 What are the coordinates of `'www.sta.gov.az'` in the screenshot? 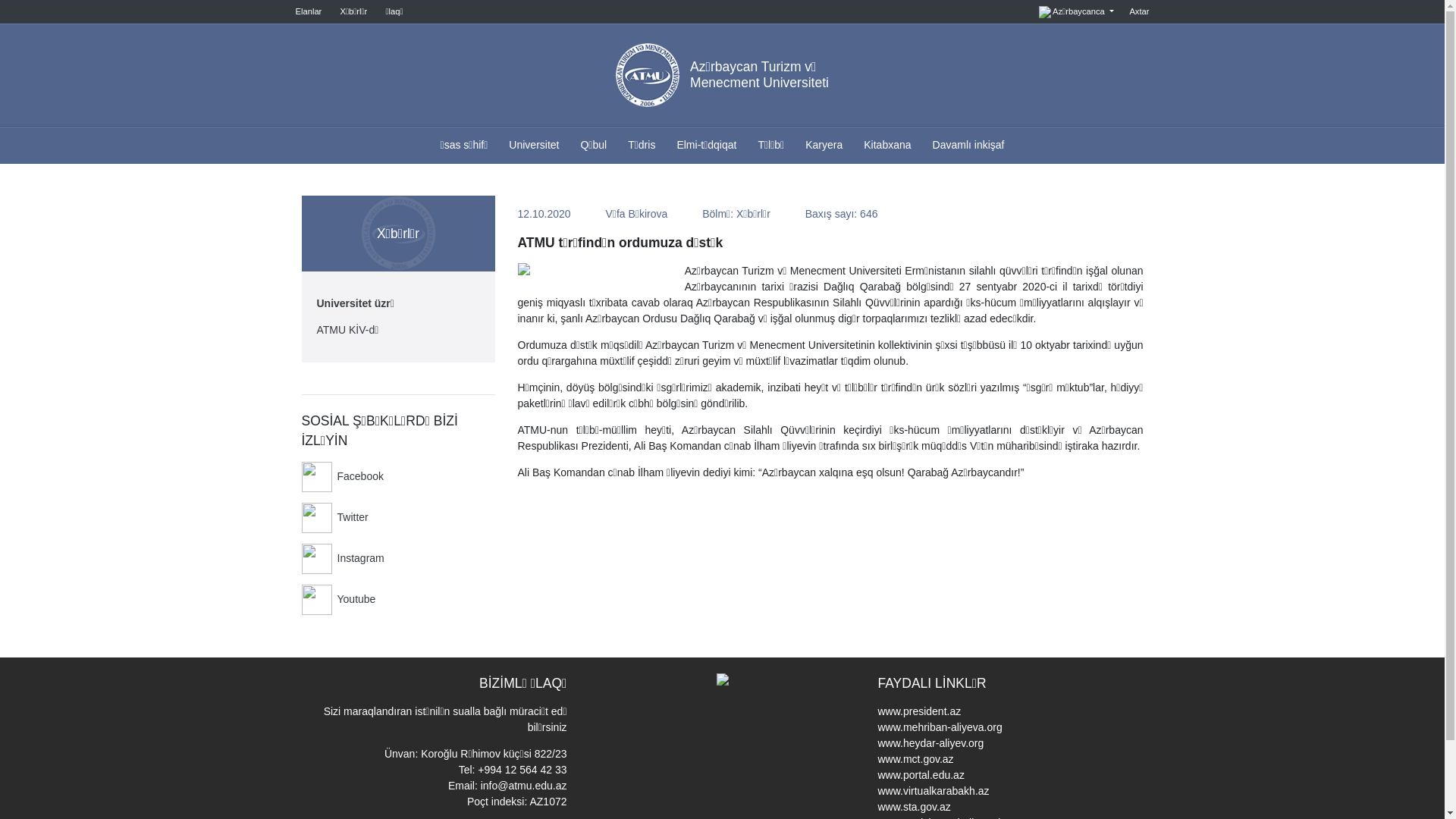 It's located at (913, 806).